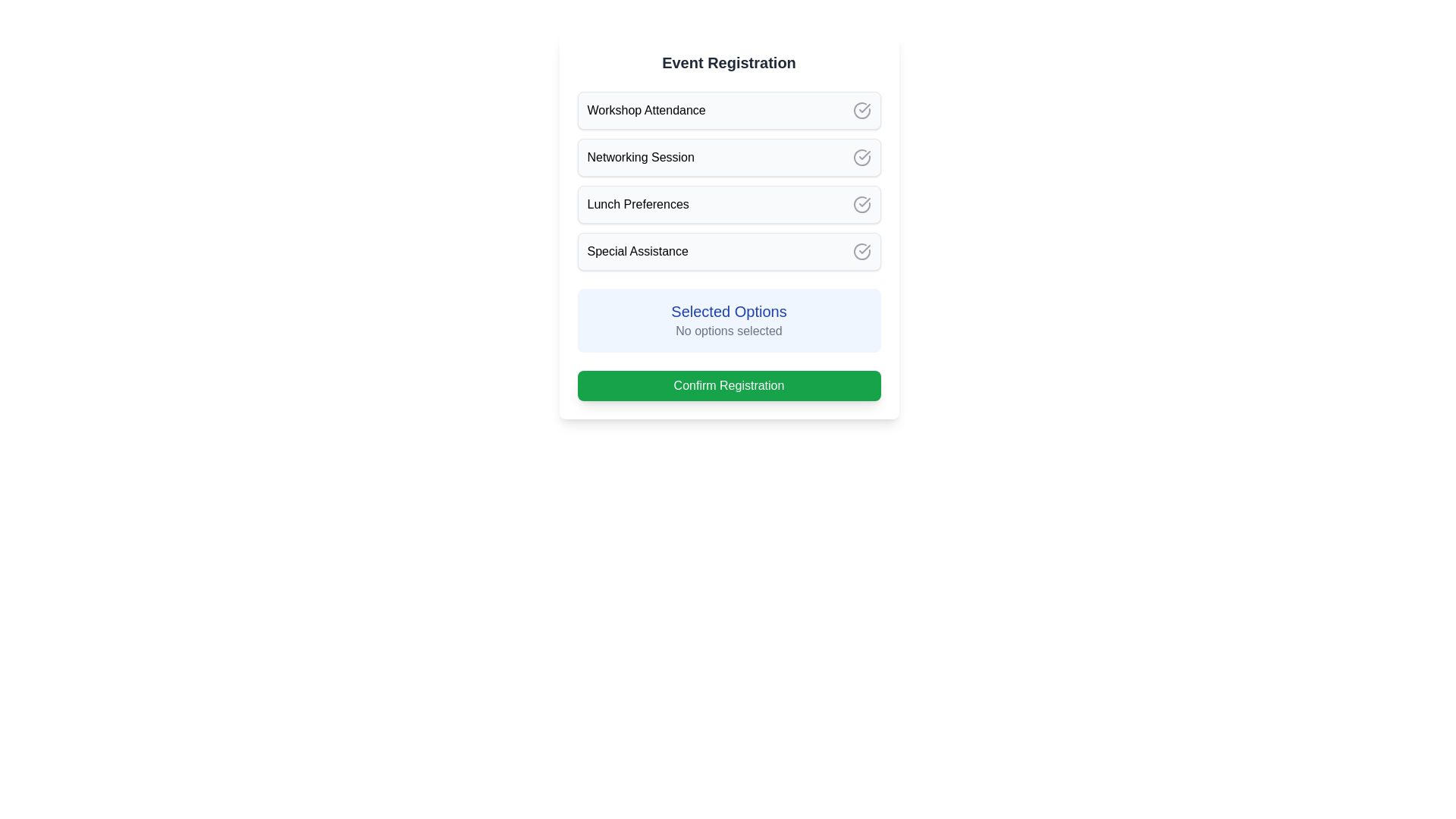 The image size is (1456, 819). Describe the element at coordinates (861, 158) in the screenshot. I see `the Checkmark Circle icon indicating the selected state for the 'Networking Session' option in the Event Registration form` at that location.